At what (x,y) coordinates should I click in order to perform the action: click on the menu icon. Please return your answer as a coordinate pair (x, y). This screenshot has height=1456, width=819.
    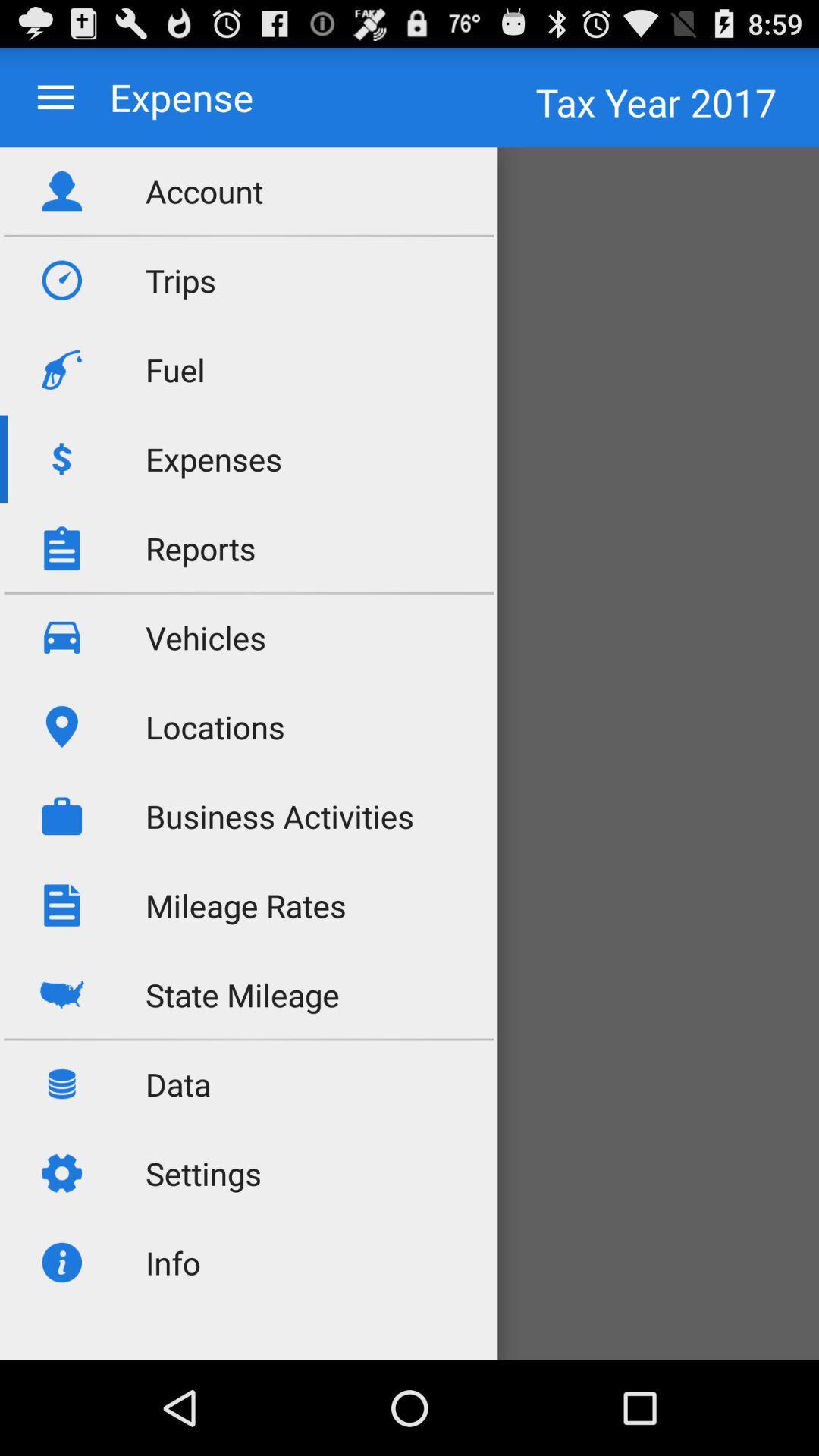
    Looking at the image, I should click on (55, 103).